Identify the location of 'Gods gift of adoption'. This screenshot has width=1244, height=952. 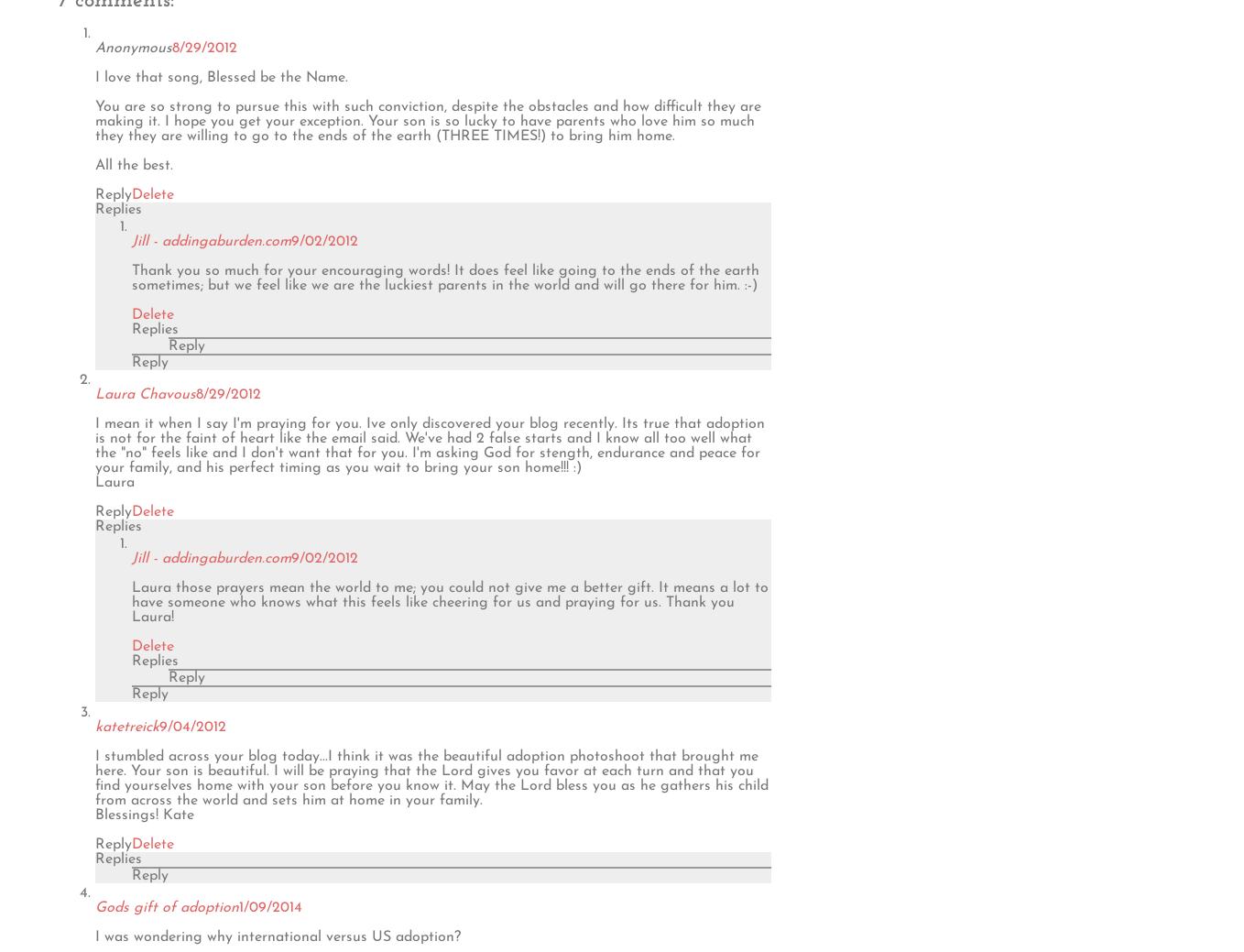
(167, 906).